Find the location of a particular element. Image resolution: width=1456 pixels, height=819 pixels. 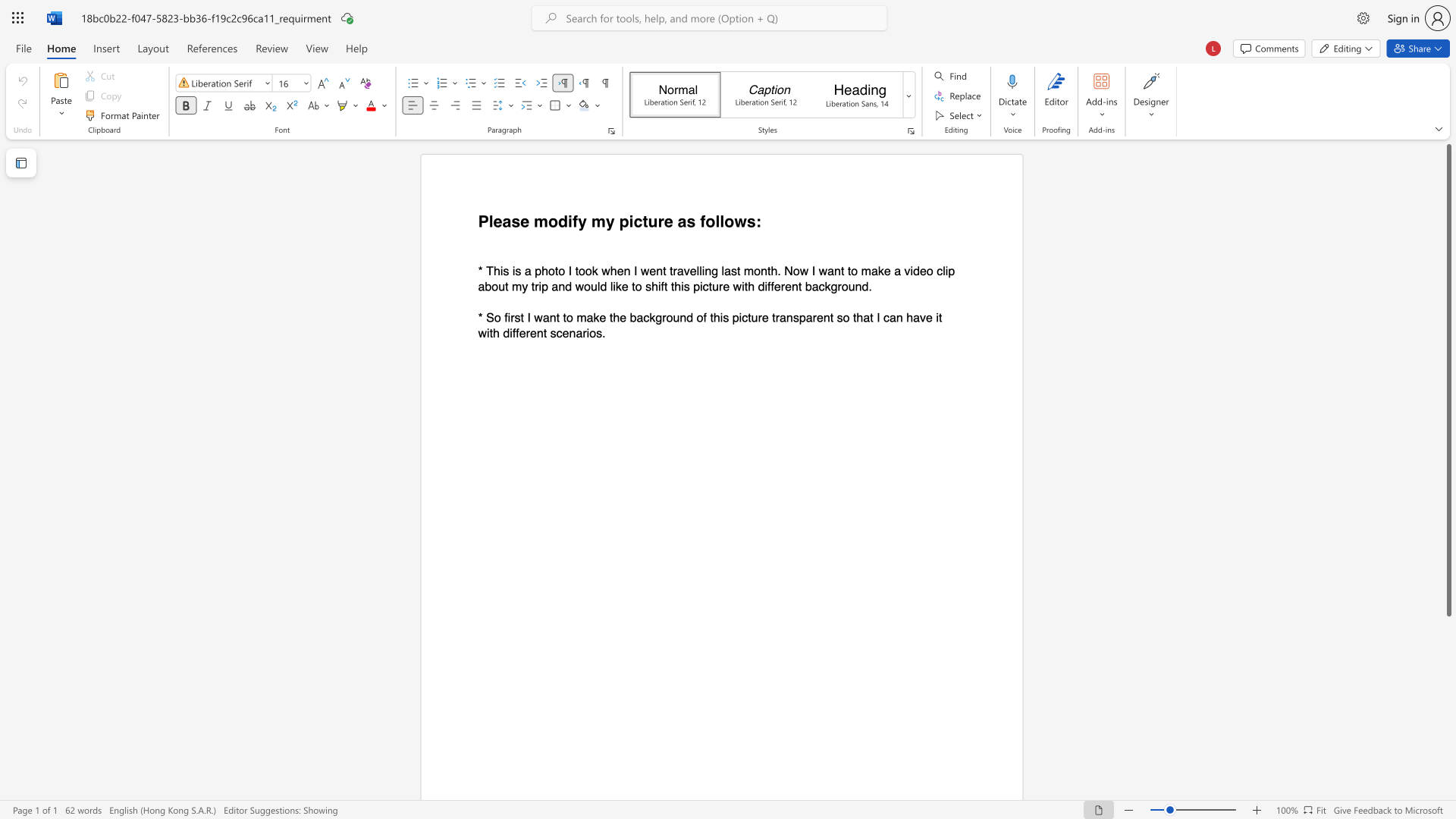

the subset text "s foll" within the text "my picture as follows:" is located at coordinates (686, 221).